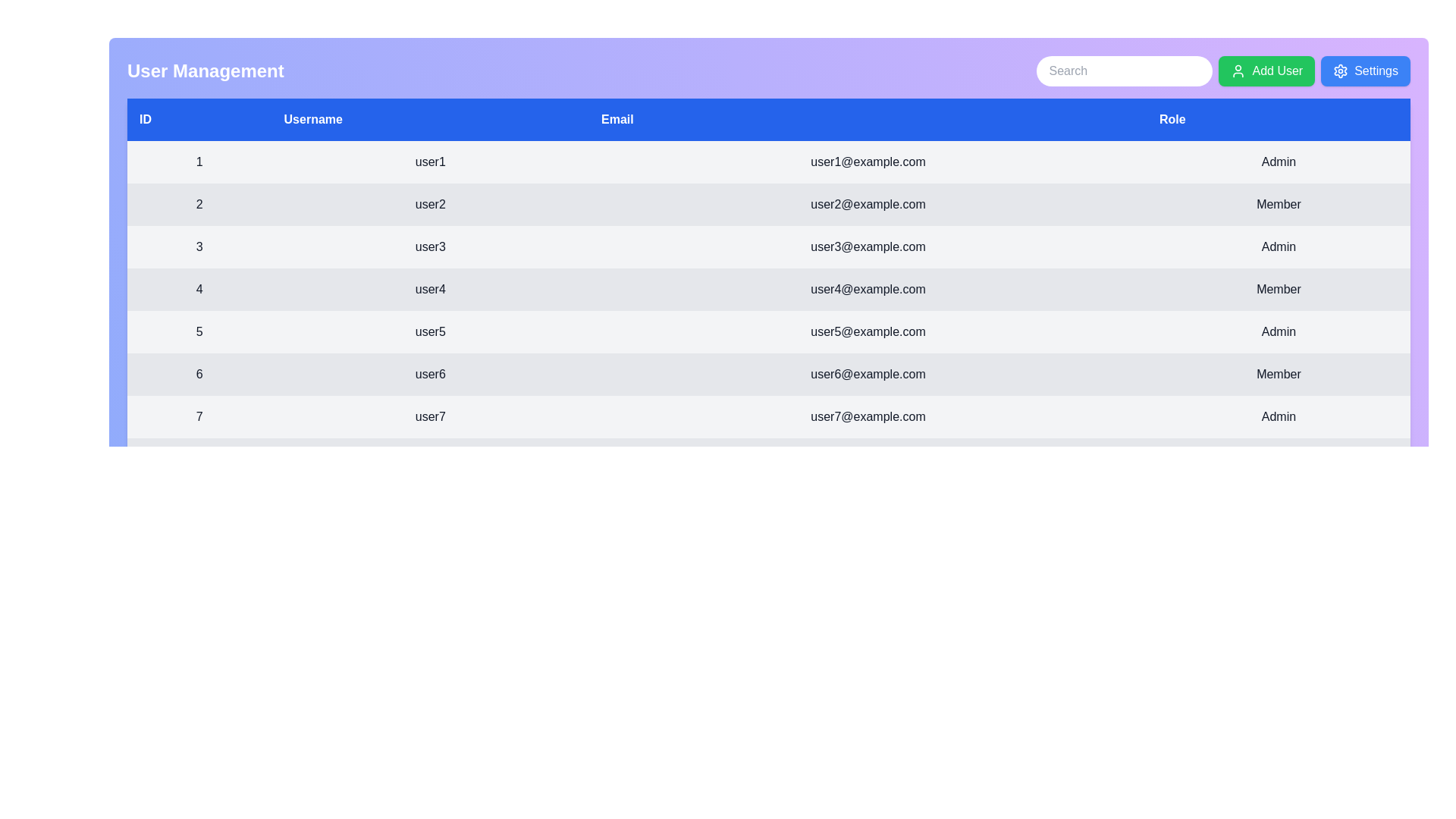  I want to click on the row corresponding to 1, so click(768, 162).